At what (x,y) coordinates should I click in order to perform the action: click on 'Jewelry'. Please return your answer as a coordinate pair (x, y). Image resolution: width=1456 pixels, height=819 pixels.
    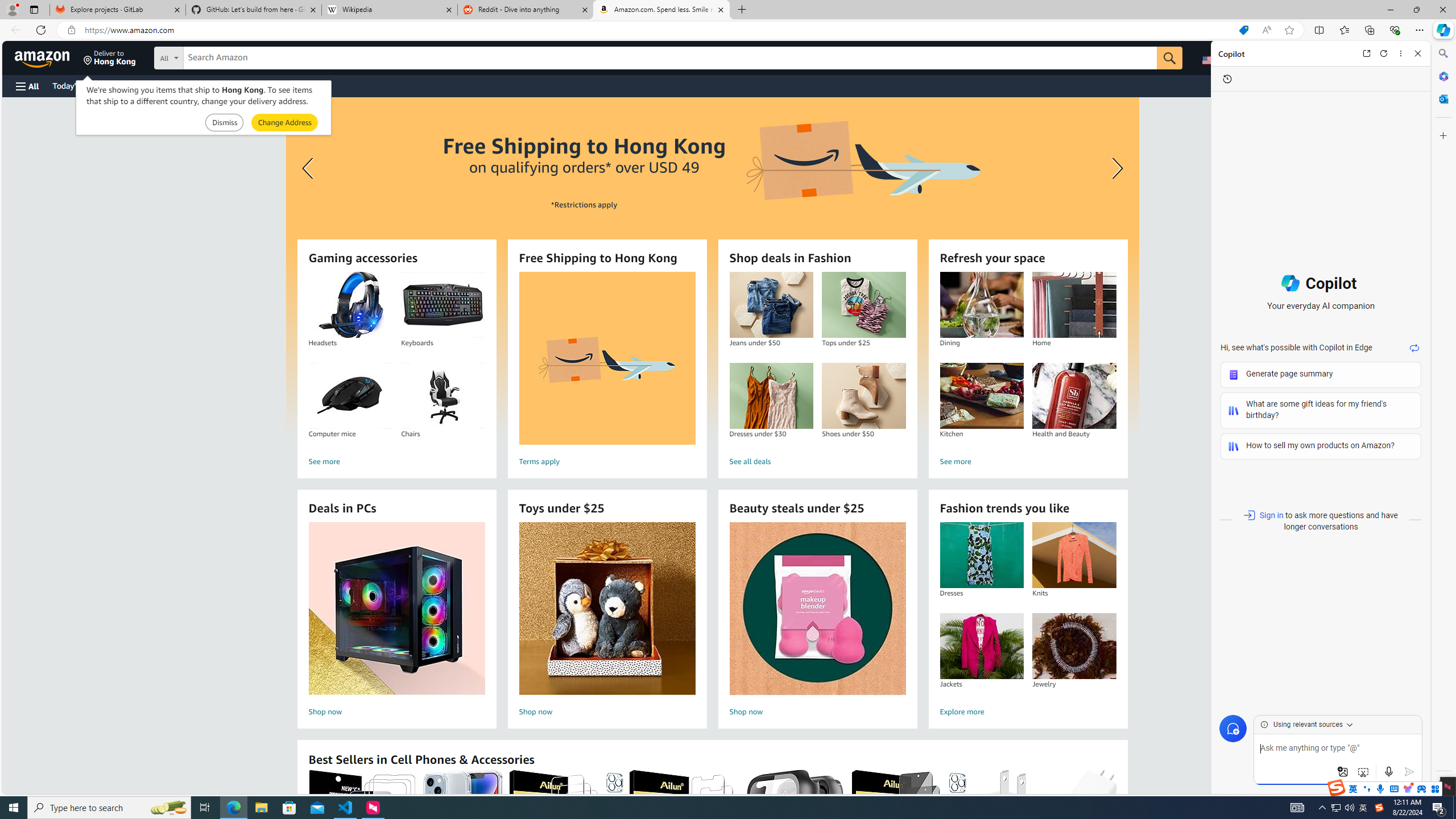
    Looking at the image, I should click on (1074, 646).